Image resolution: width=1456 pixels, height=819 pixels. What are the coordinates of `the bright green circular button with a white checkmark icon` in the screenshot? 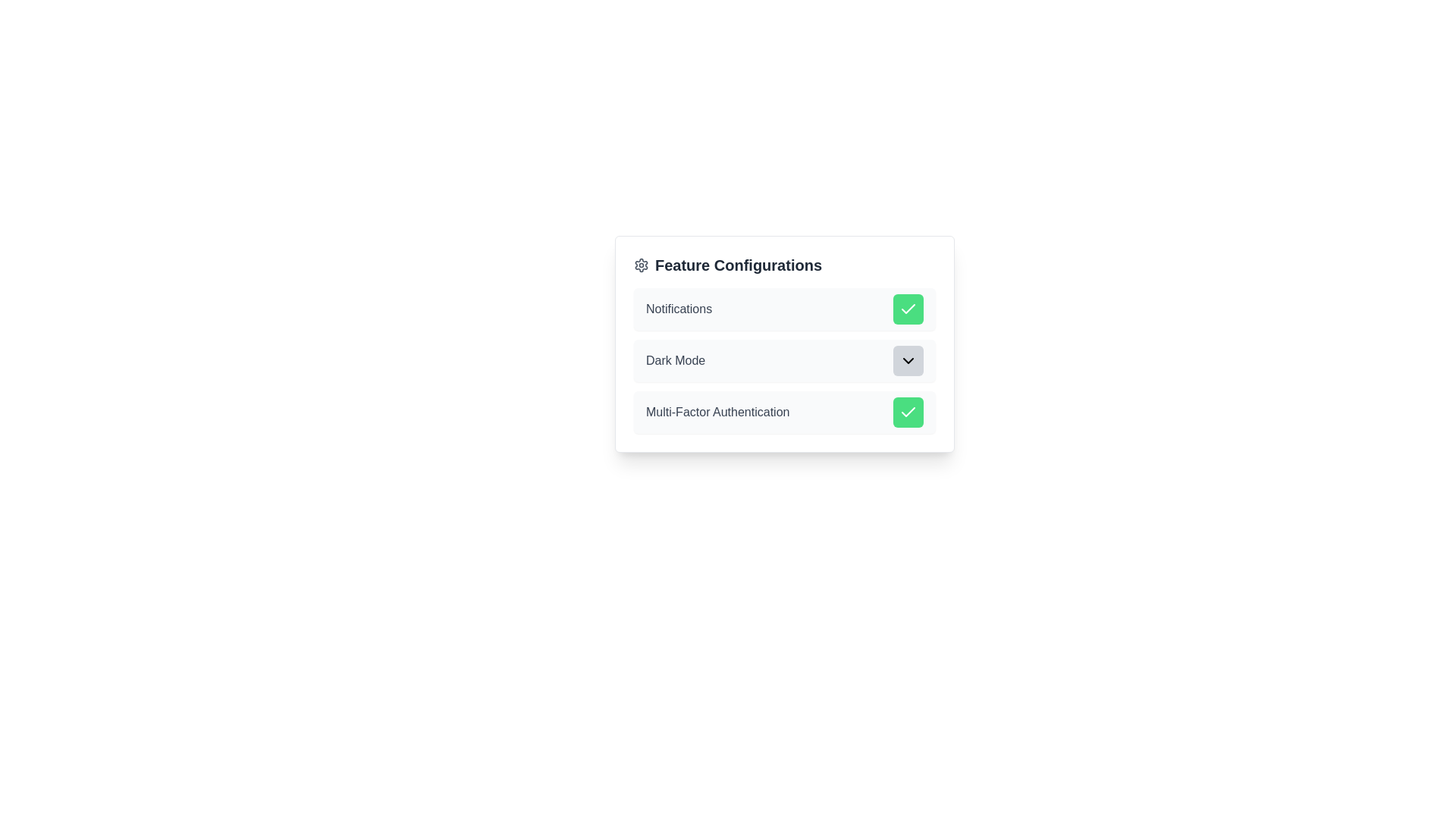 It's located at (908, 412).